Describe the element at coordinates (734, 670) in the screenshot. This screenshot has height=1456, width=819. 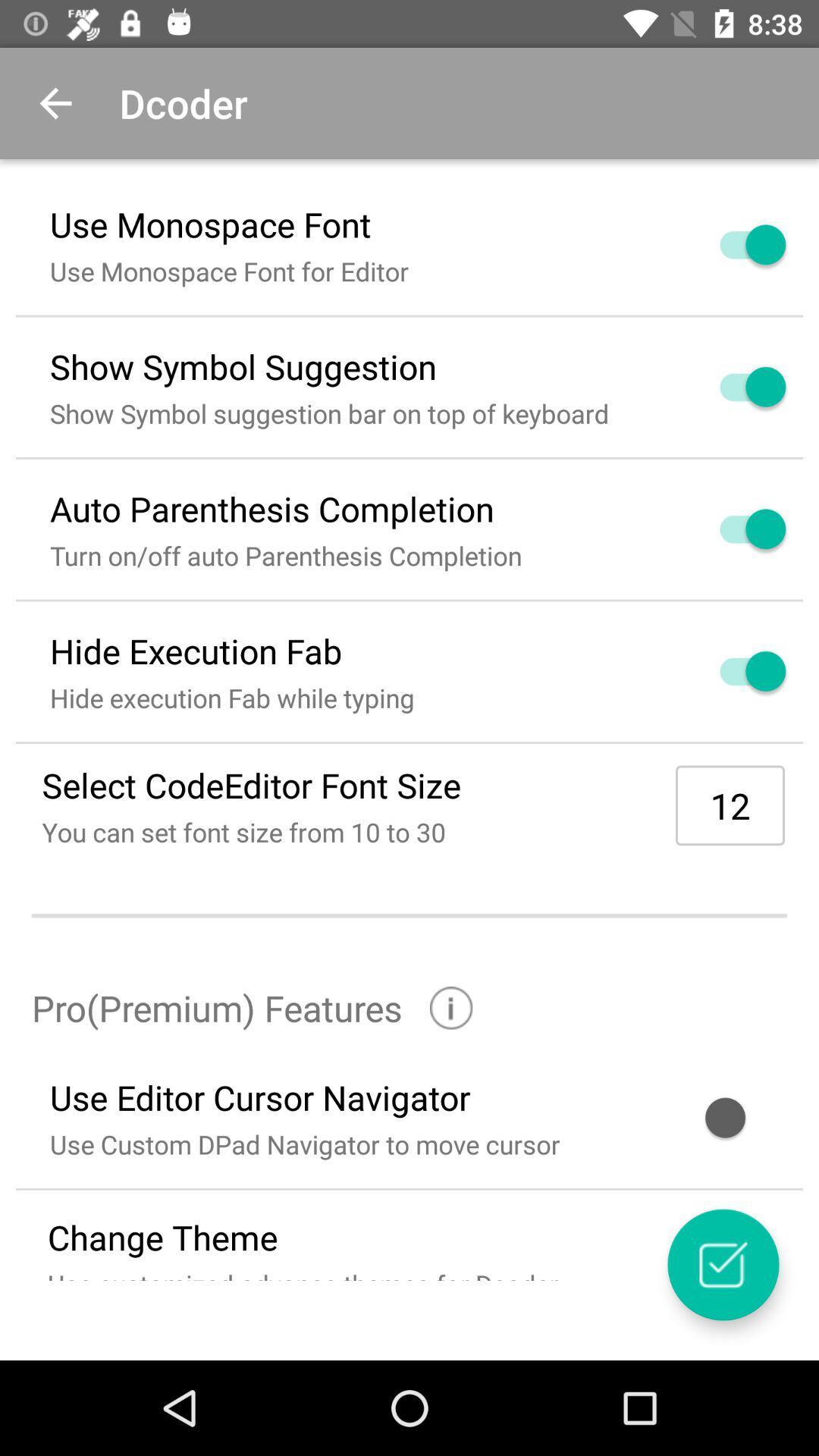
I see `open hide execution fab` at that location.